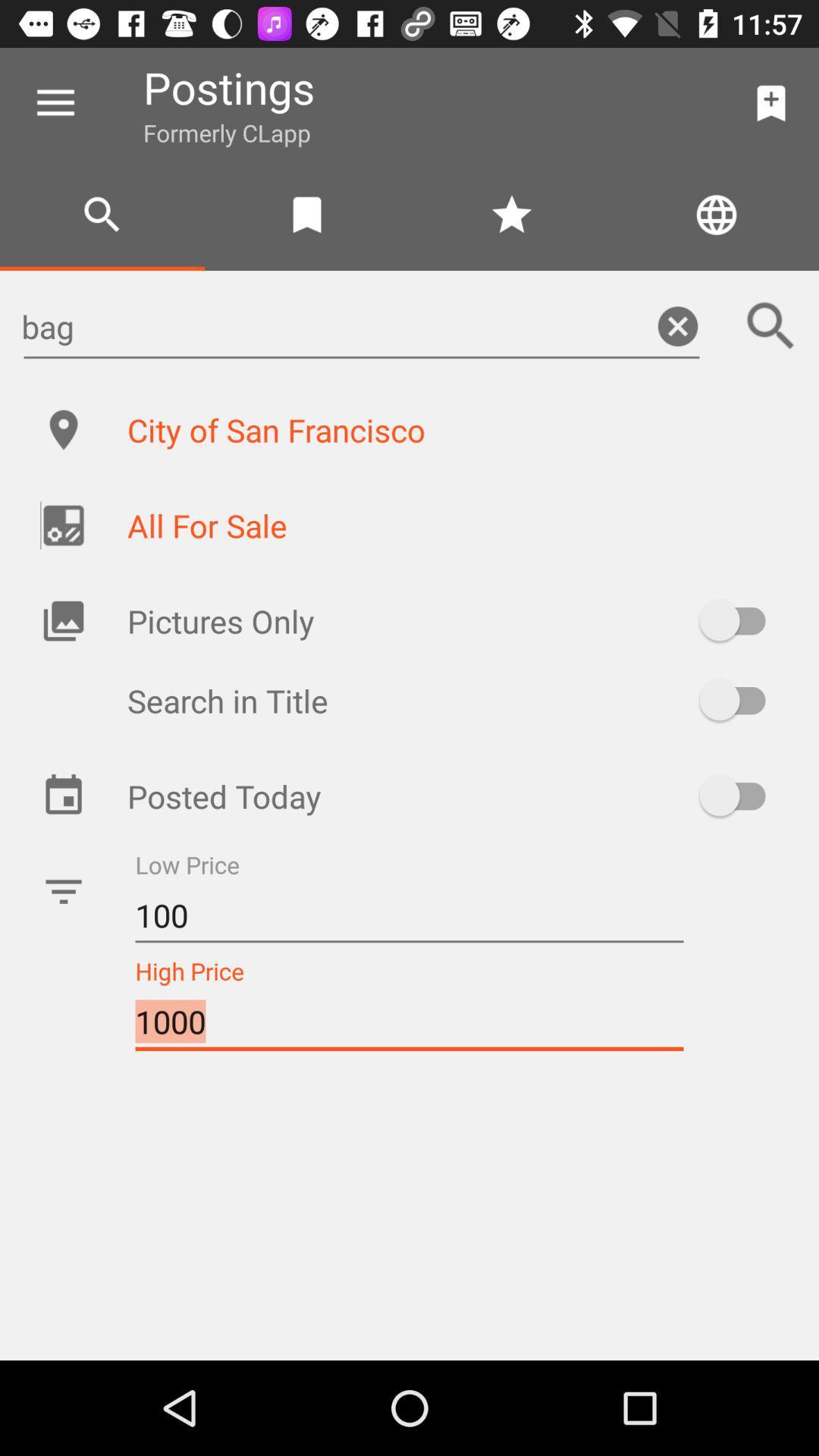  What do you see at coordinates (409, 1022) in the screenshot?
I see `the 1000` at bounding box center [409, 1022].